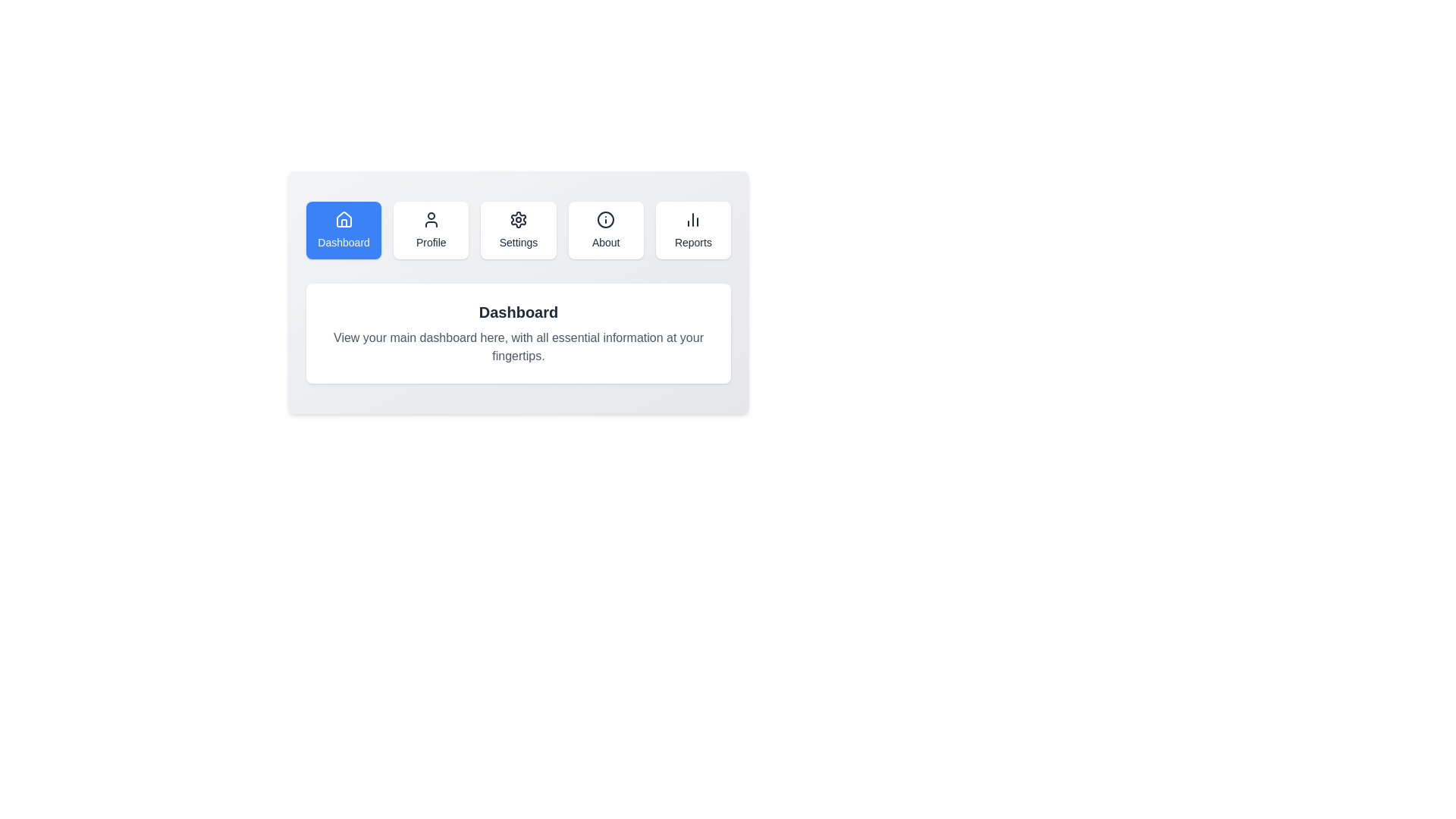 Image resolution: width=1456 pixels, height=819 pixels. I want to click on the tab labeled Dashboard, so click(343, 231).